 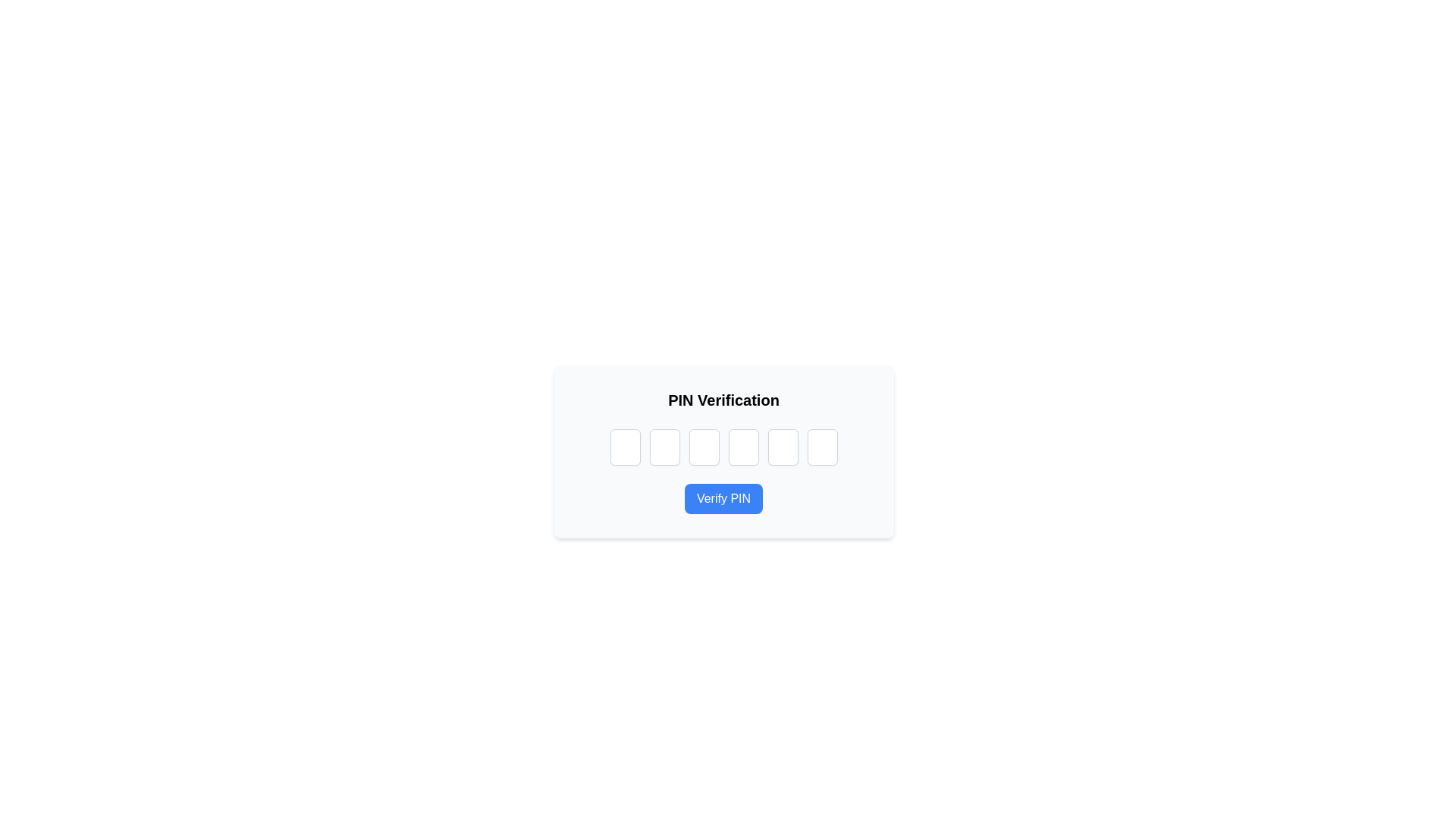 What do you see at coordinates (723, 400) in the screenshot?
I see `the 'PIN Verification' text label, which is bold and large, located at the top of the card above the PIN input boxes and 'Verify PIN' button` at bounding box center [723, 400].